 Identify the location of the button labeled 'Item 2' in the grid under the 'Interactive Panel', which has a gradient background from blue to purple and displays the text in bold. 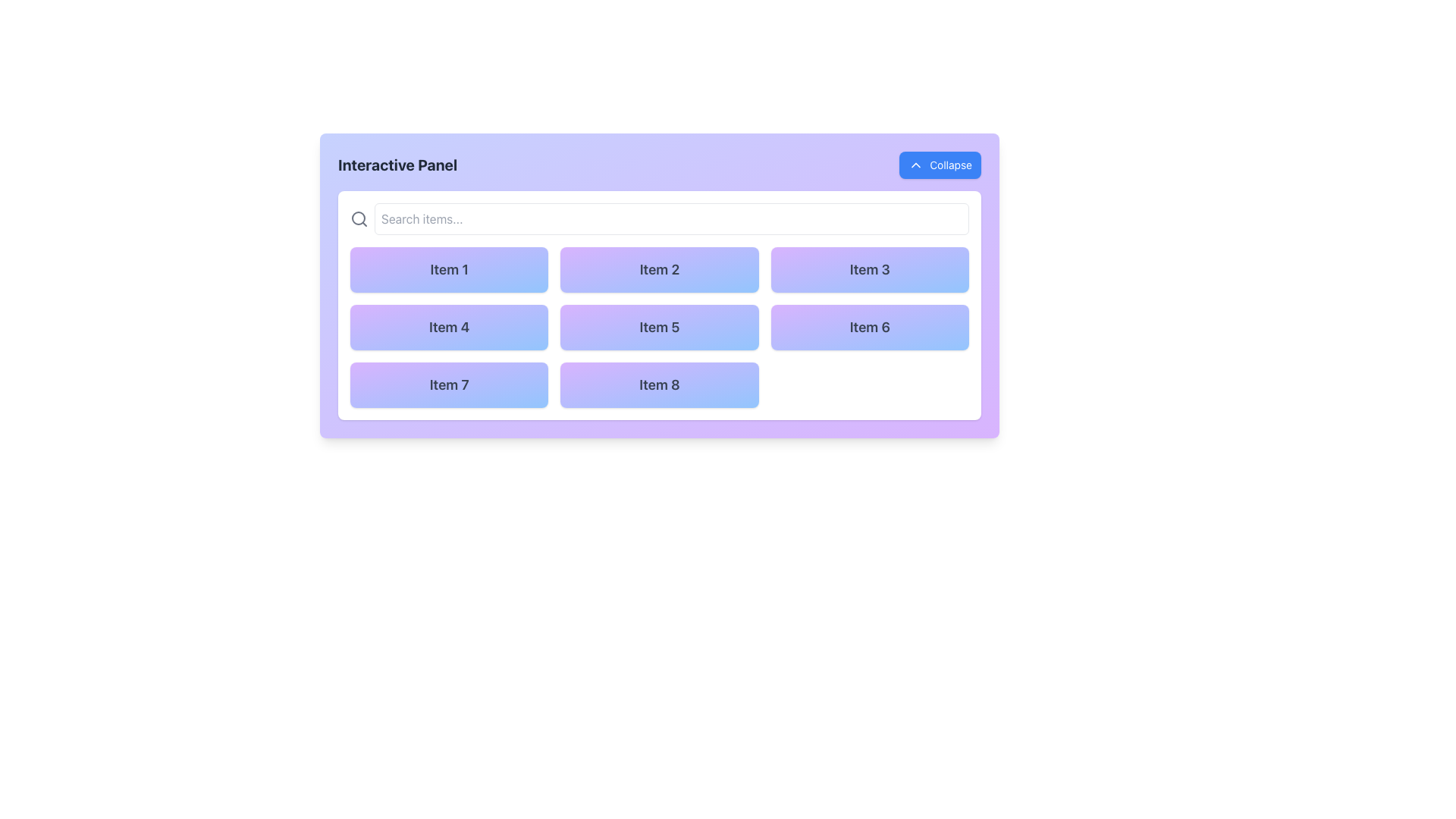
(659, 268).